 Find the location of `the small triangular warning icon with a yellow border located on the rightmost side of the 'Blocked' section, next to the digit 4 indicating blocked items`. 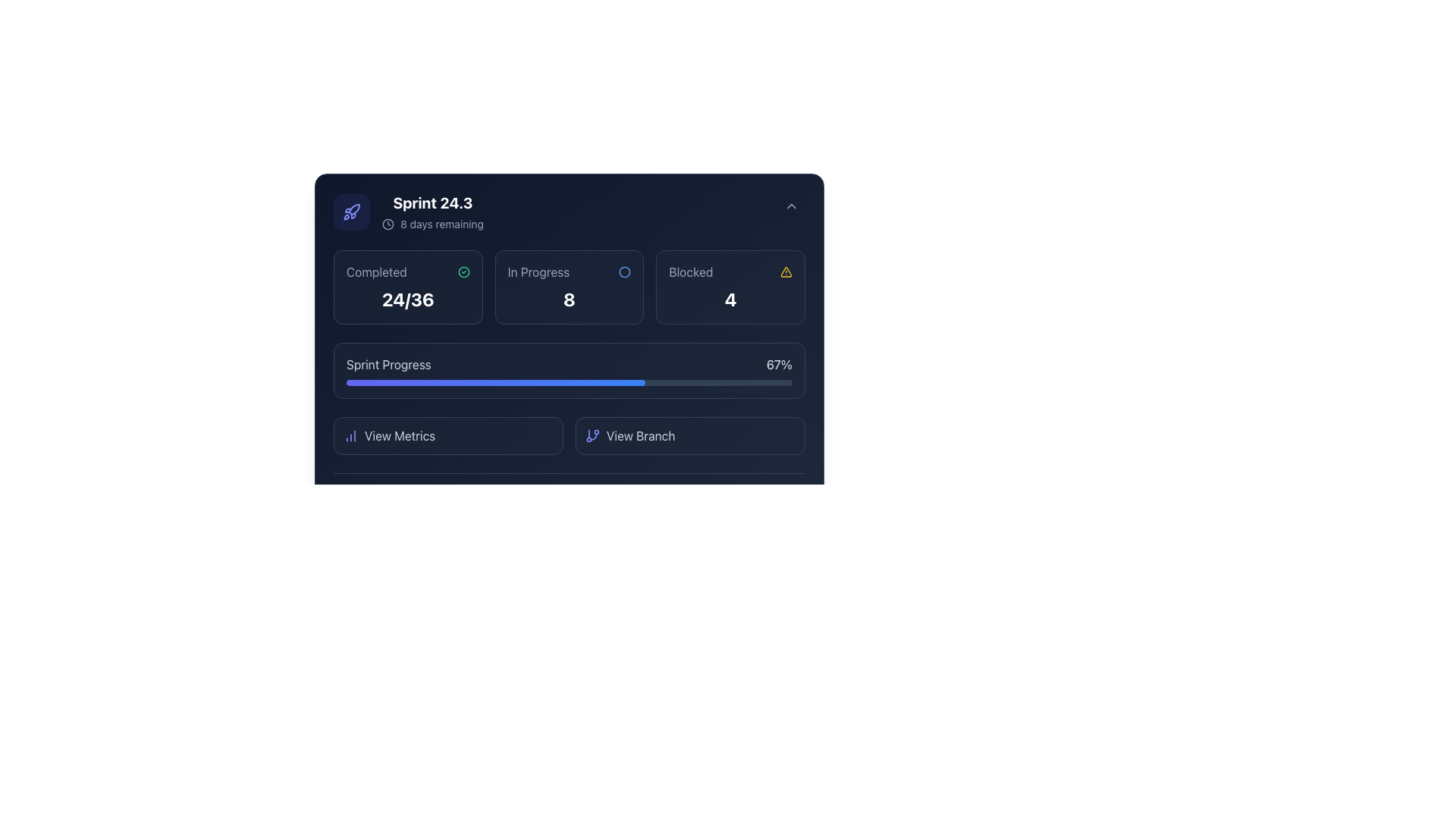

the small triangular warning icon with a yellow border located on the rightmost side of the 'Blocked' section, next to the digit 4 indicating blocked items is located at coordinates (786, 271).